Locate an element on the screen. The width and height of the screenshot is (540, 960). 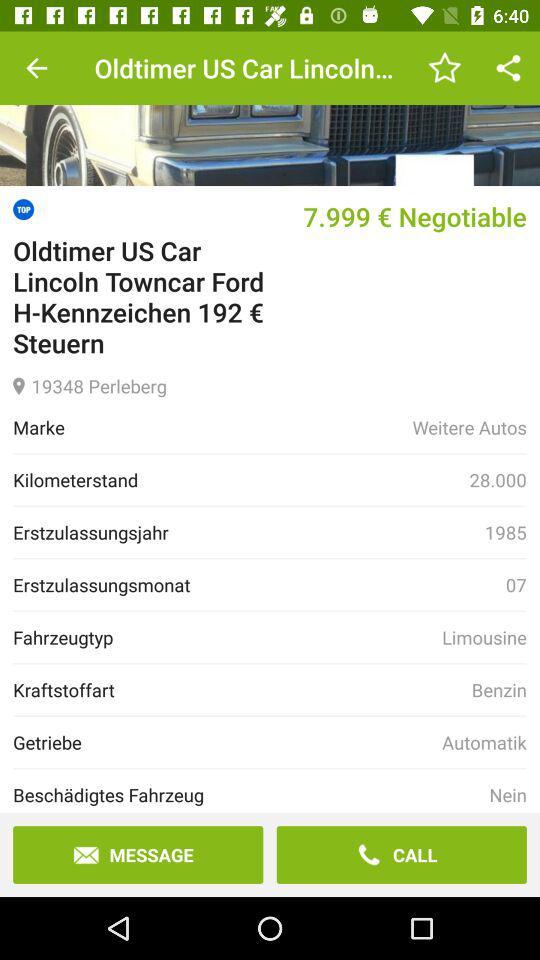
item next to oldtimer us car item is located at coordinates (445, 68).